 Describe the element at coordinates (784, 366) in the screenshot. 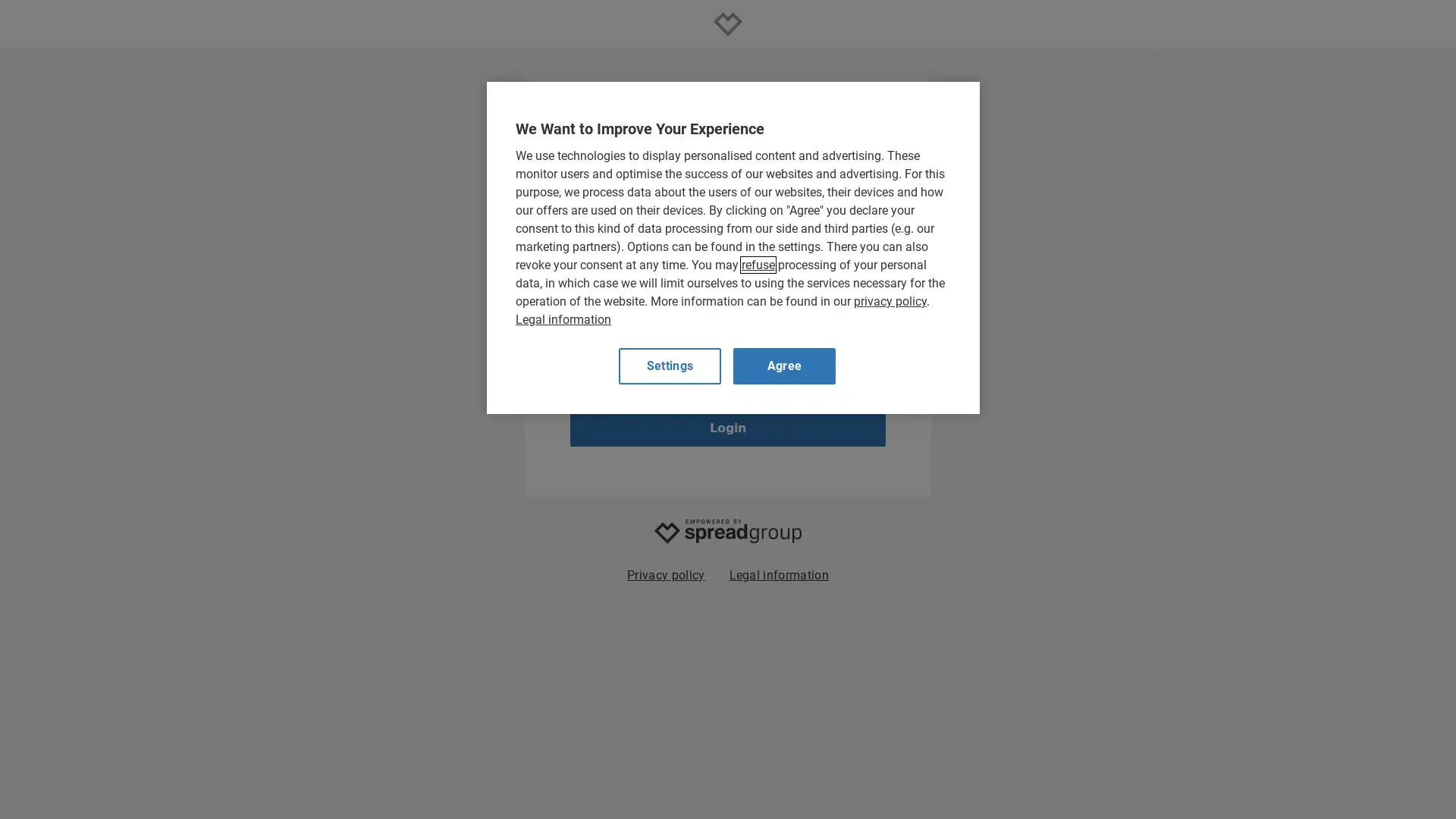

I see `Agree` at that location.